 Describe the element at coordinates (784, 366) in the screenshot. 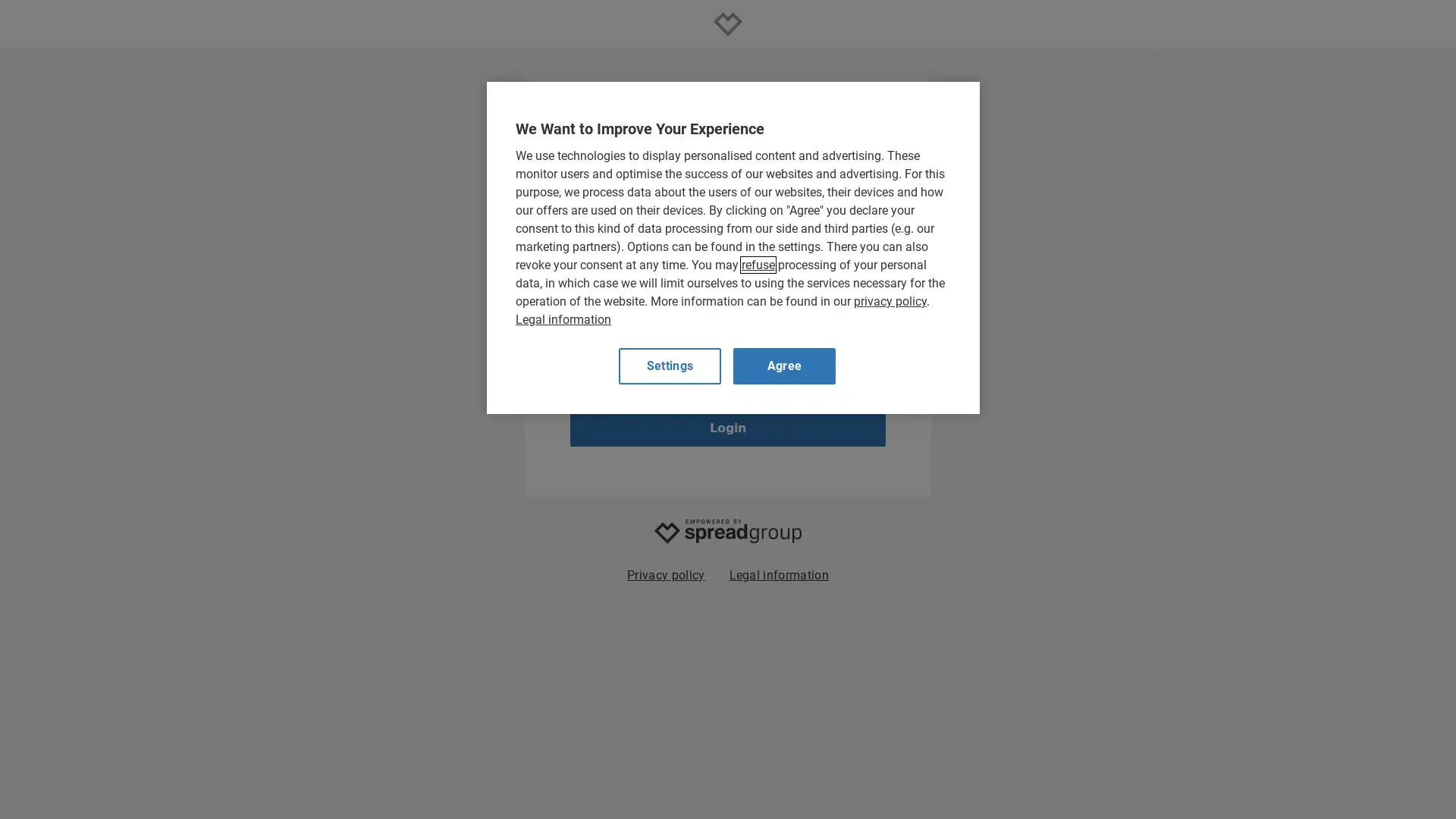

I see `Agree` at that location.